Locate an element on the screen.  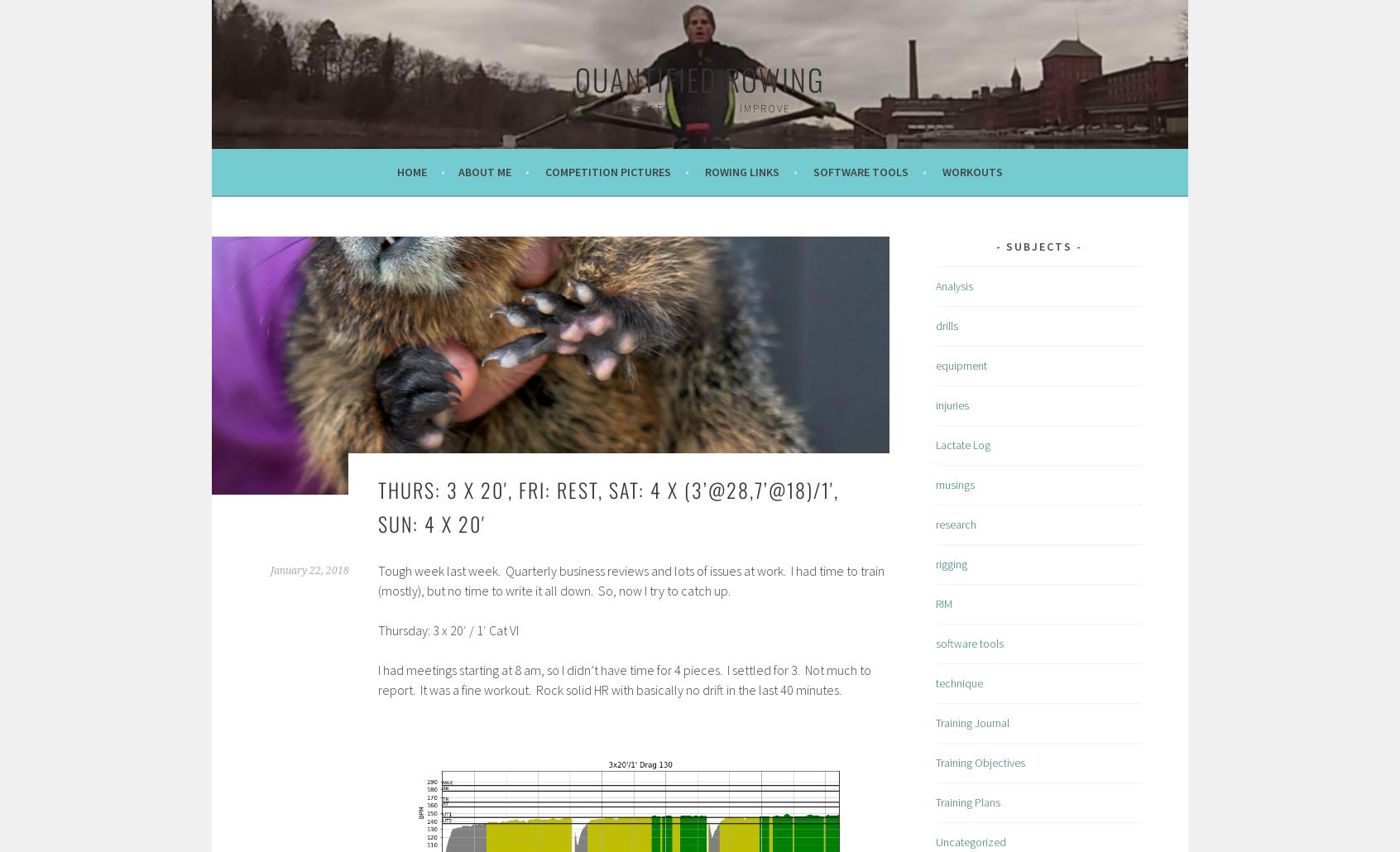
'I had meetings starting at 8 am, so I didn’t have time for 4 pieces.  I settled for 3.  Not much to report.  It was a fine workout.  Rock solid HR with basically no drift in the last 40 minutes.' is located at coordinates (623, 679).